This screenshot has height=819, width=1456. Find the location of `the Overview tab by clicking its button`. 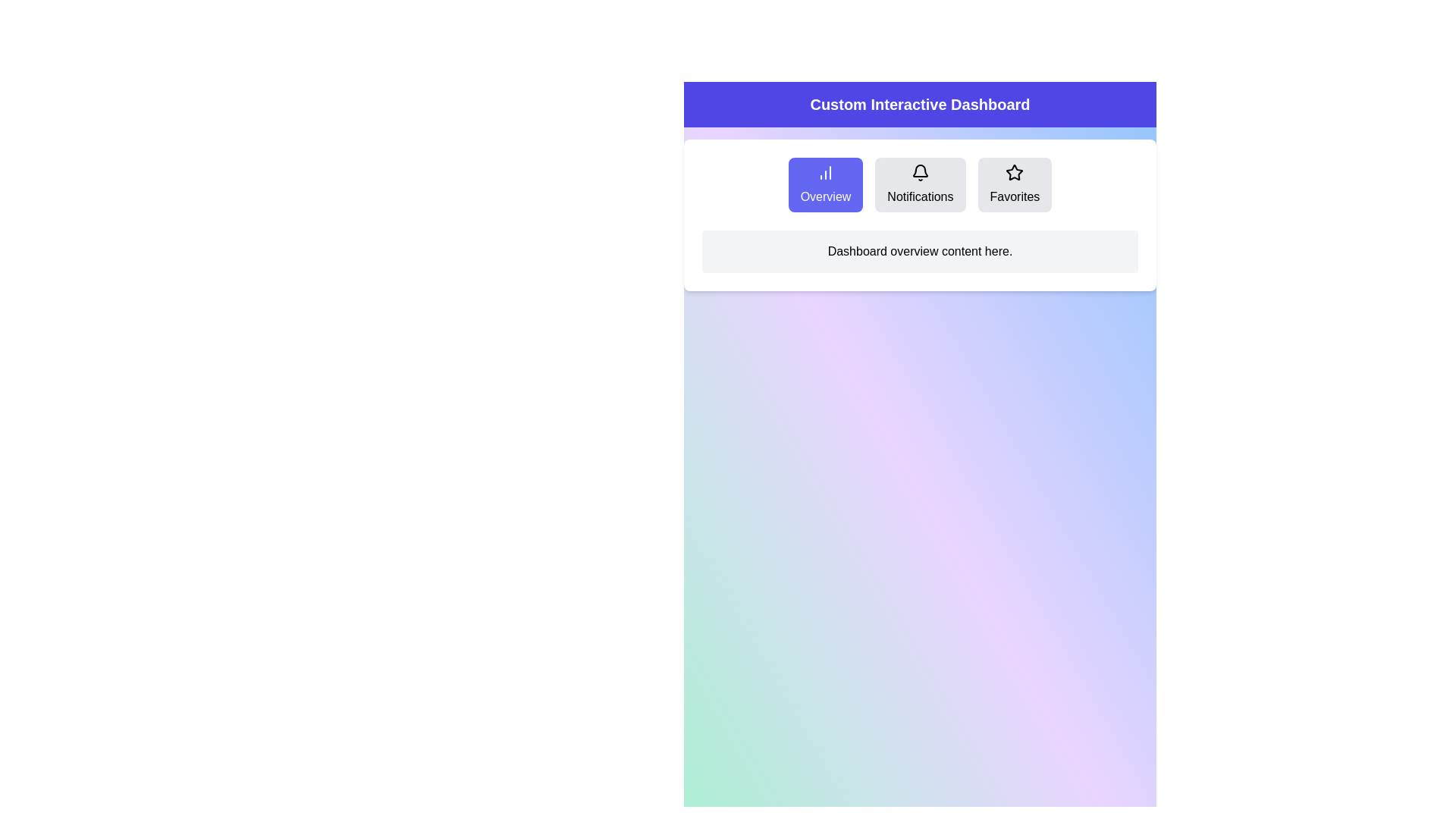

the Overview tab by clicking its button is located at coordinates (825, 184).